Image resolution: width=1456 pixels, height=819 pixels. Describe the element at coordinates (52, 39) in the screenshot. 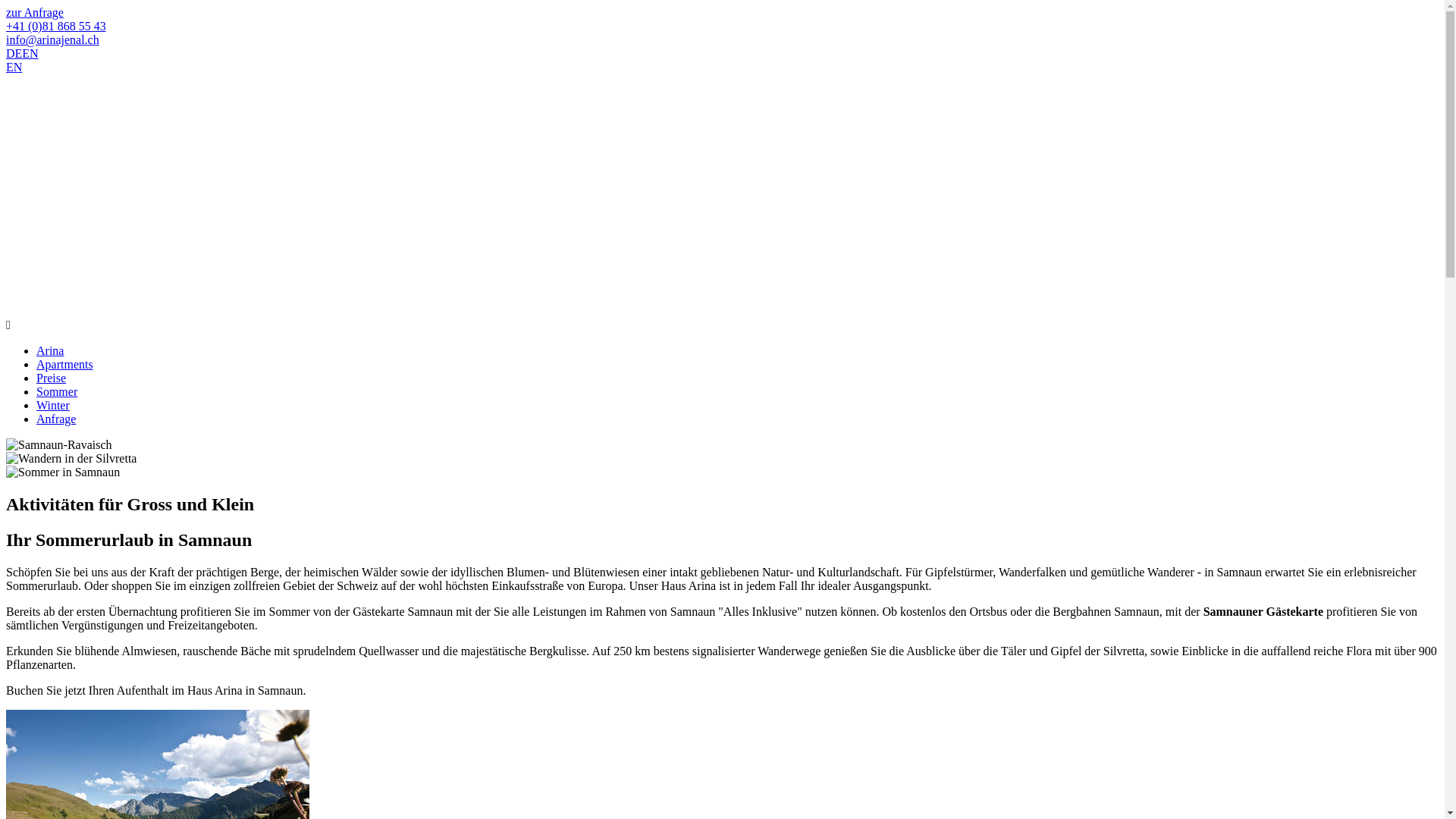

I see `'info@arinajenal.ch'` at that location.